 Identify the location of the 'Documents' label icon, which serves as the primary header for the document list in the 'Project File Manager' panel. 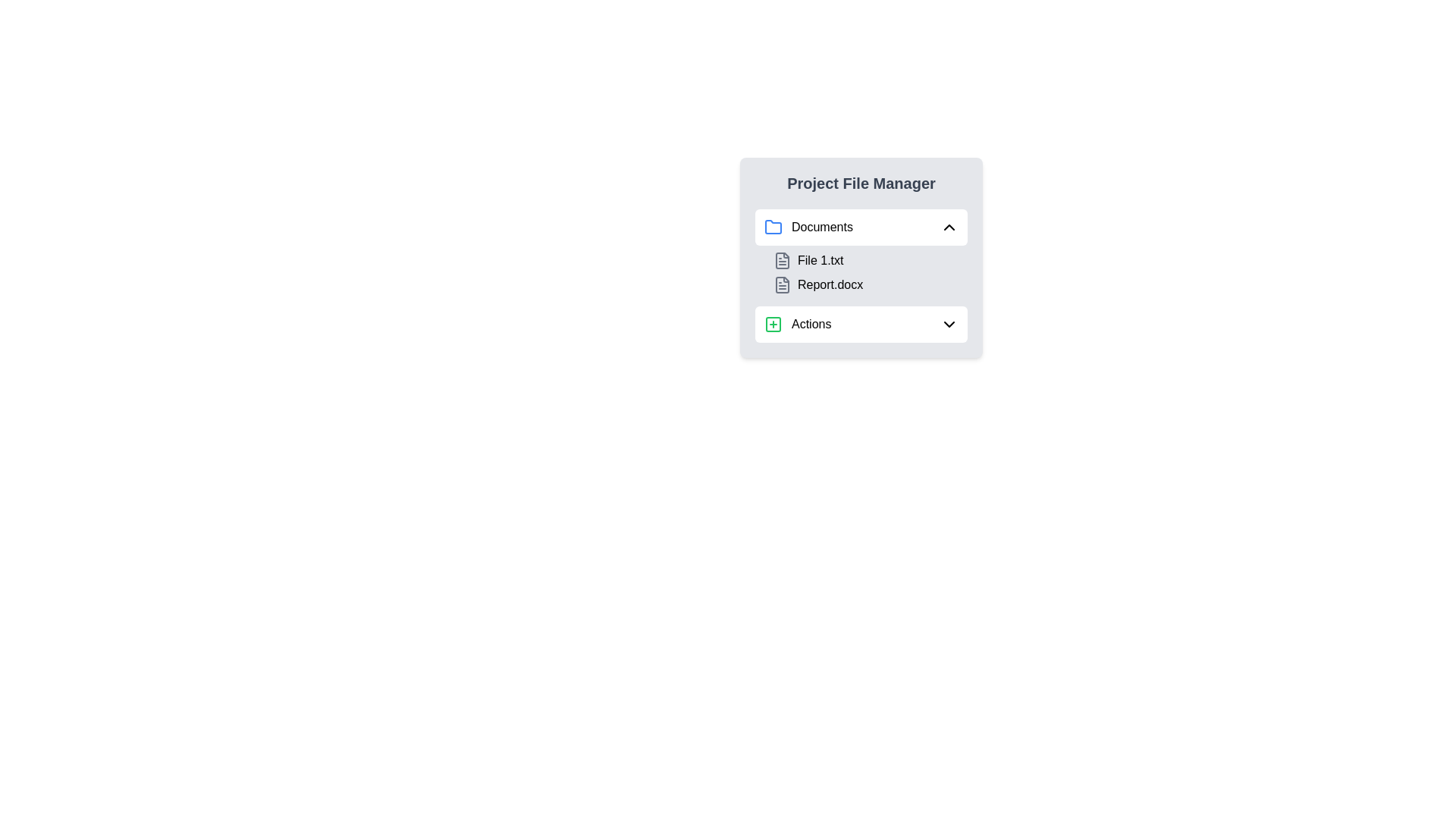
(808, 227).